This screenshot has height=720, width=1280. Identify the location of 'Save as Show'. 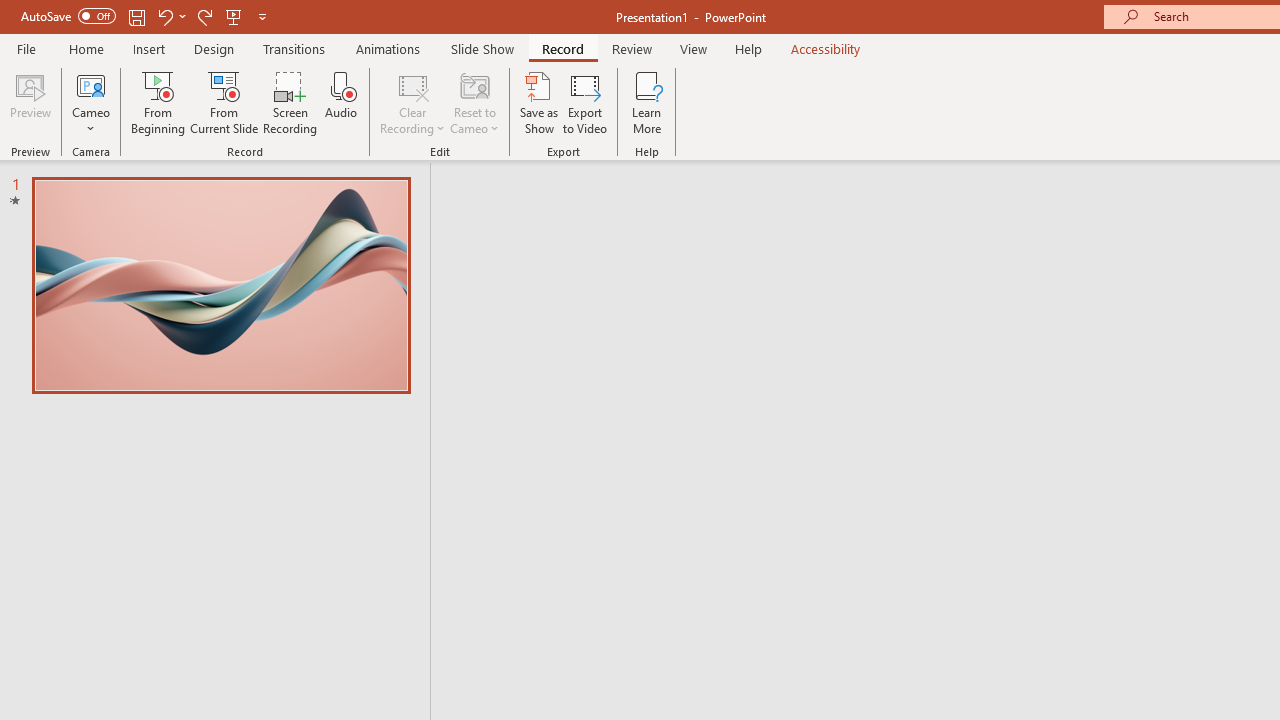
(539, 103).